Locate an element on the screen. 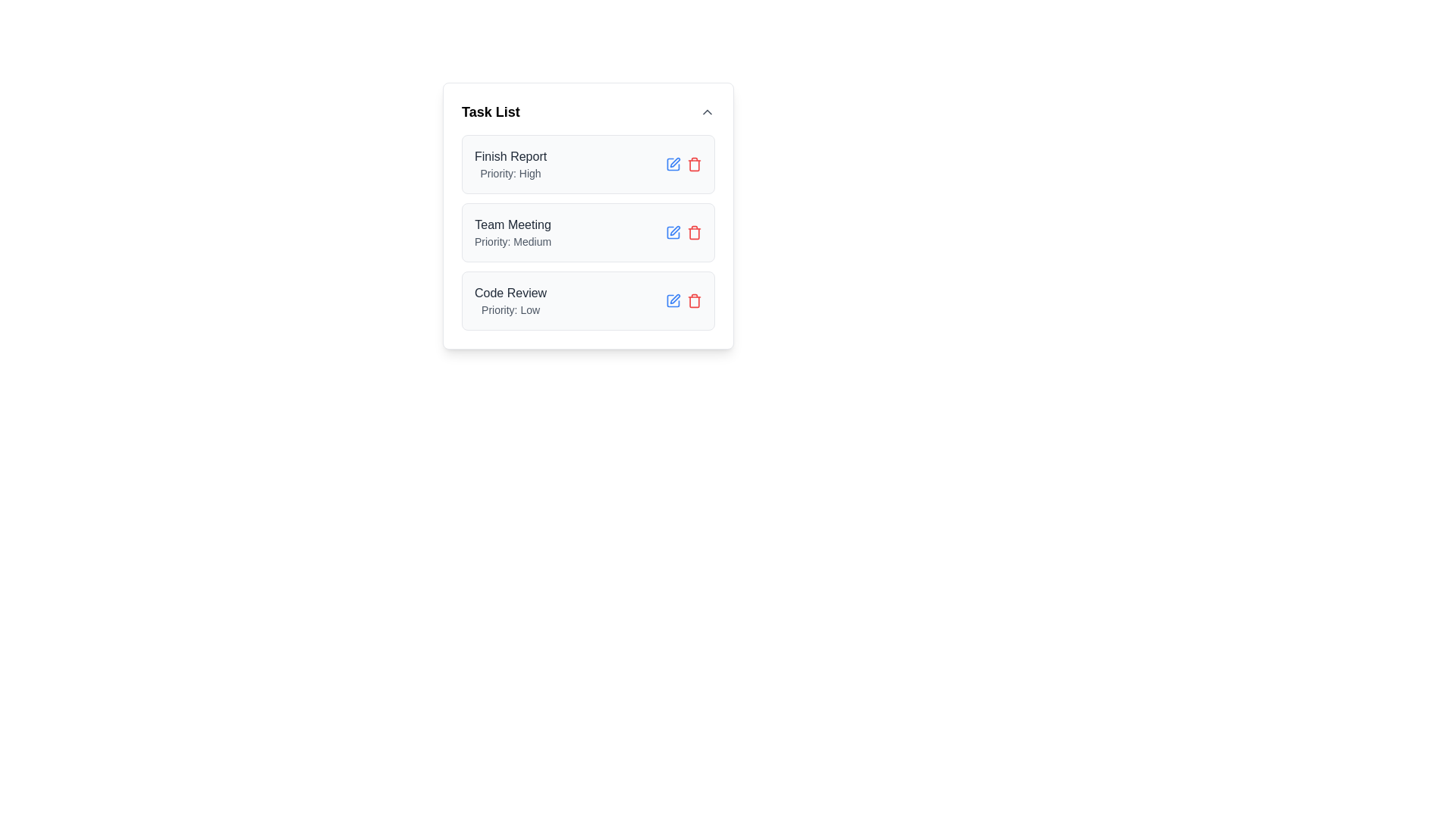 Image resolution: width=1456 pixels, height=819 pixels. the 'Low' priority status text label located beneath the 'Code Review' label in the task card is located at coordinates (510, 309).